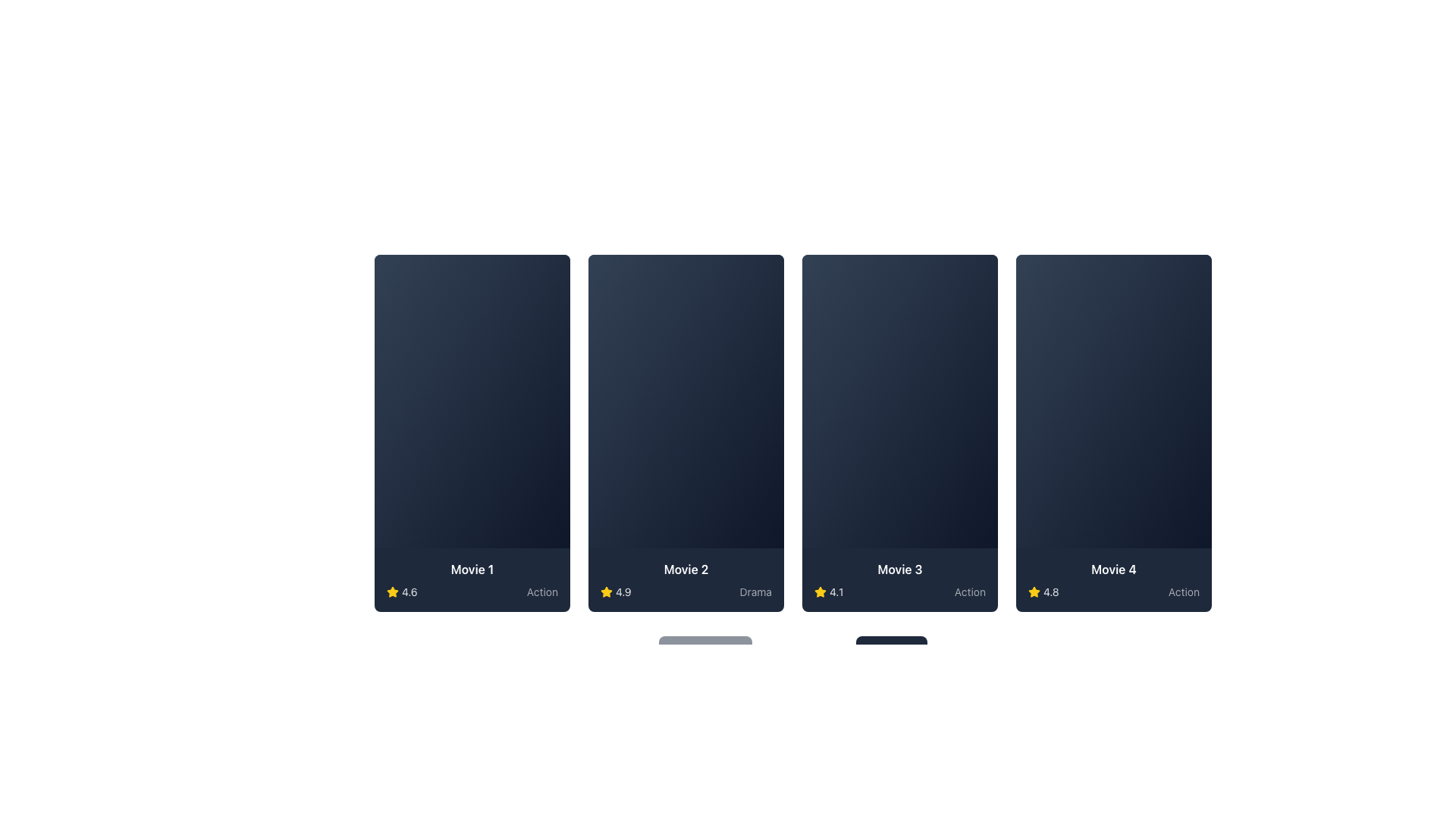 The image size is (1456, 819). I want to click on text from the text label that says 'Action,' located at the bottom-right corner of the fourth card in the horizontally arranged list of cards, so click(1183, 591).